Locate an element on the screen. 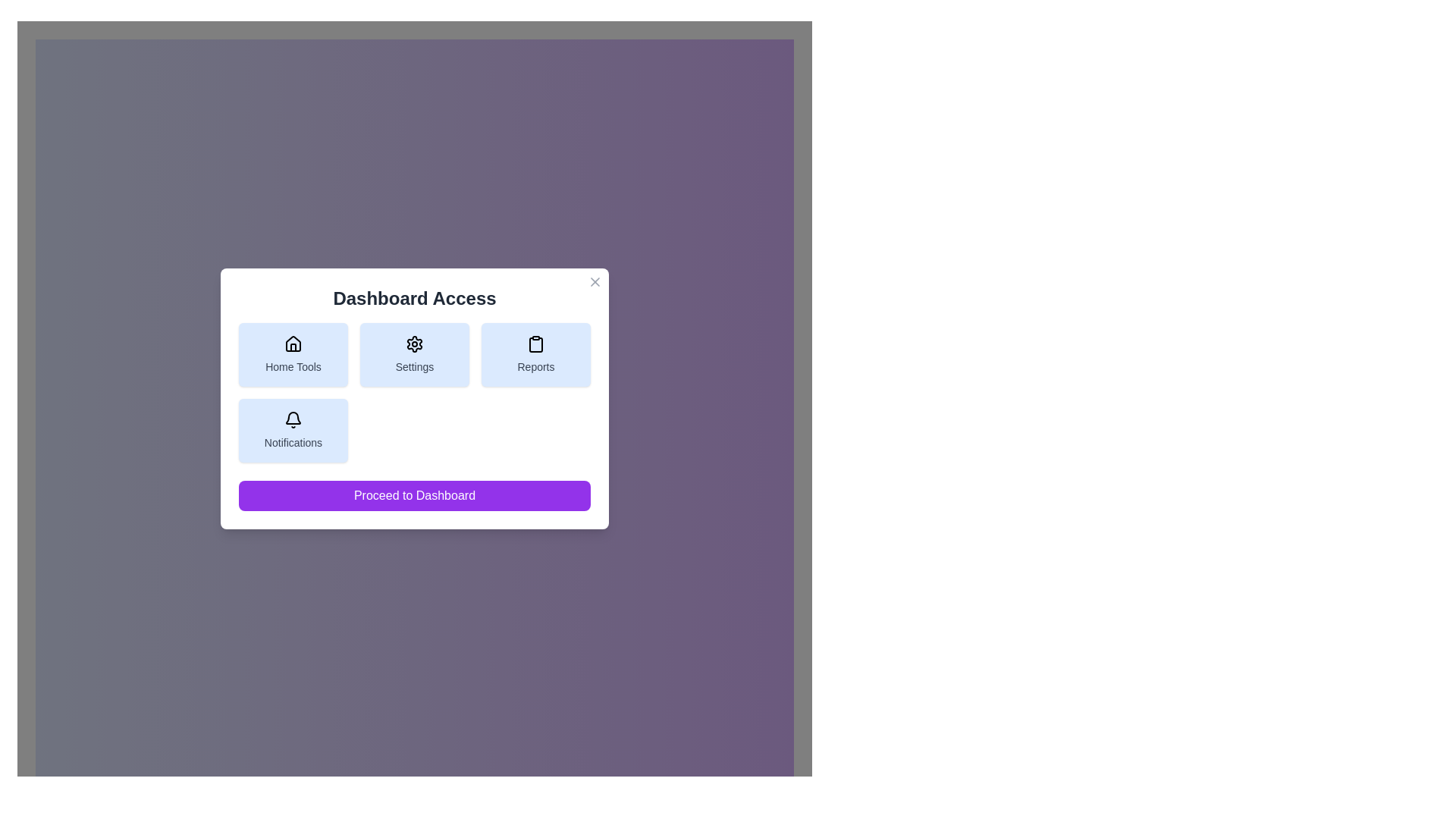 This screenshot has height=819, width=1456. the clipboard-shaped icon located within the 'Reports' button, which is the third button in a row at the upper part of the modal is located at coordinates (535, 344).